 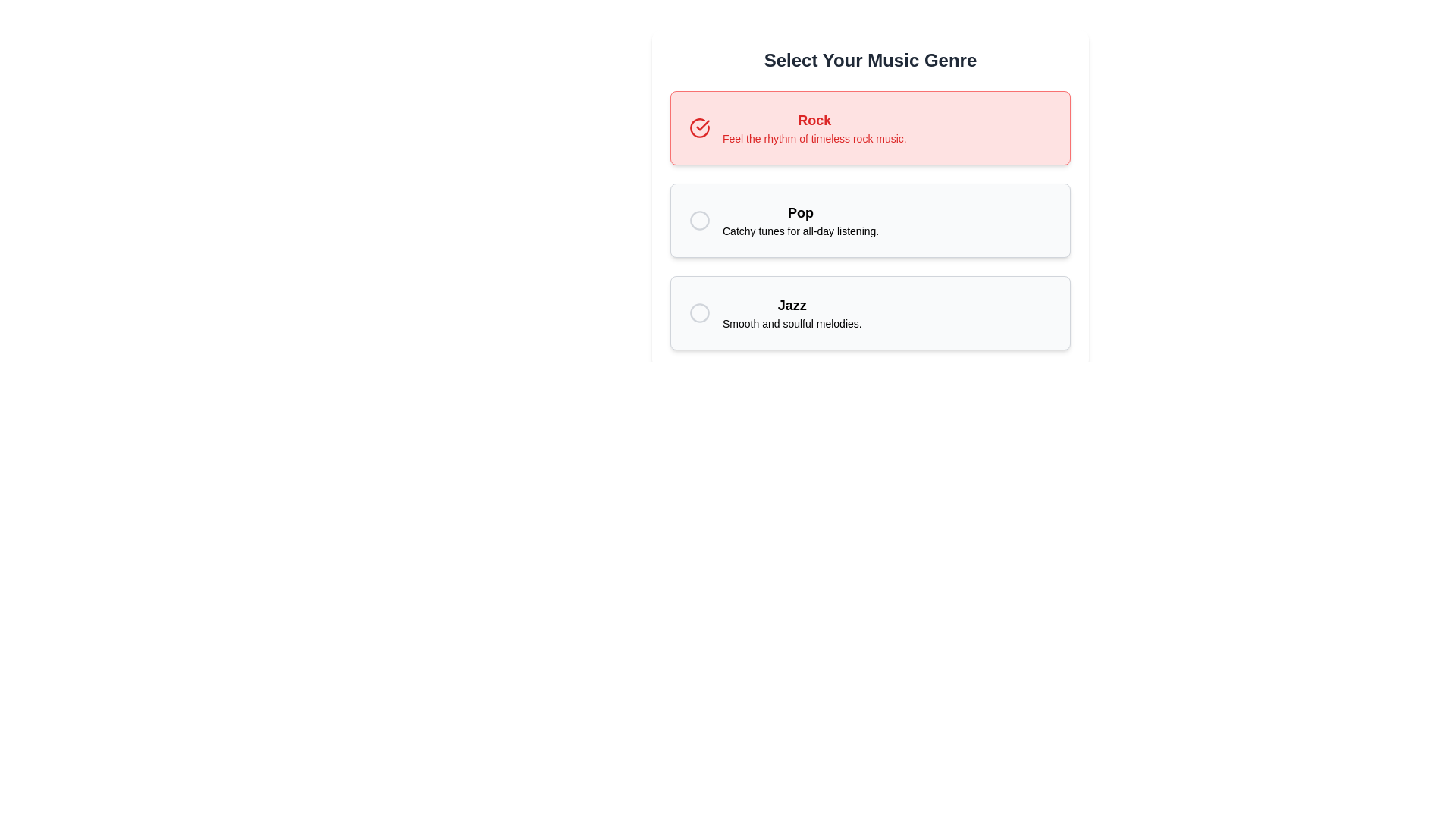 What do you see at coordinates (814, 119) in the screenshot?
I see `the 'Rock' music genre title label` at bounding box center [814, 119].